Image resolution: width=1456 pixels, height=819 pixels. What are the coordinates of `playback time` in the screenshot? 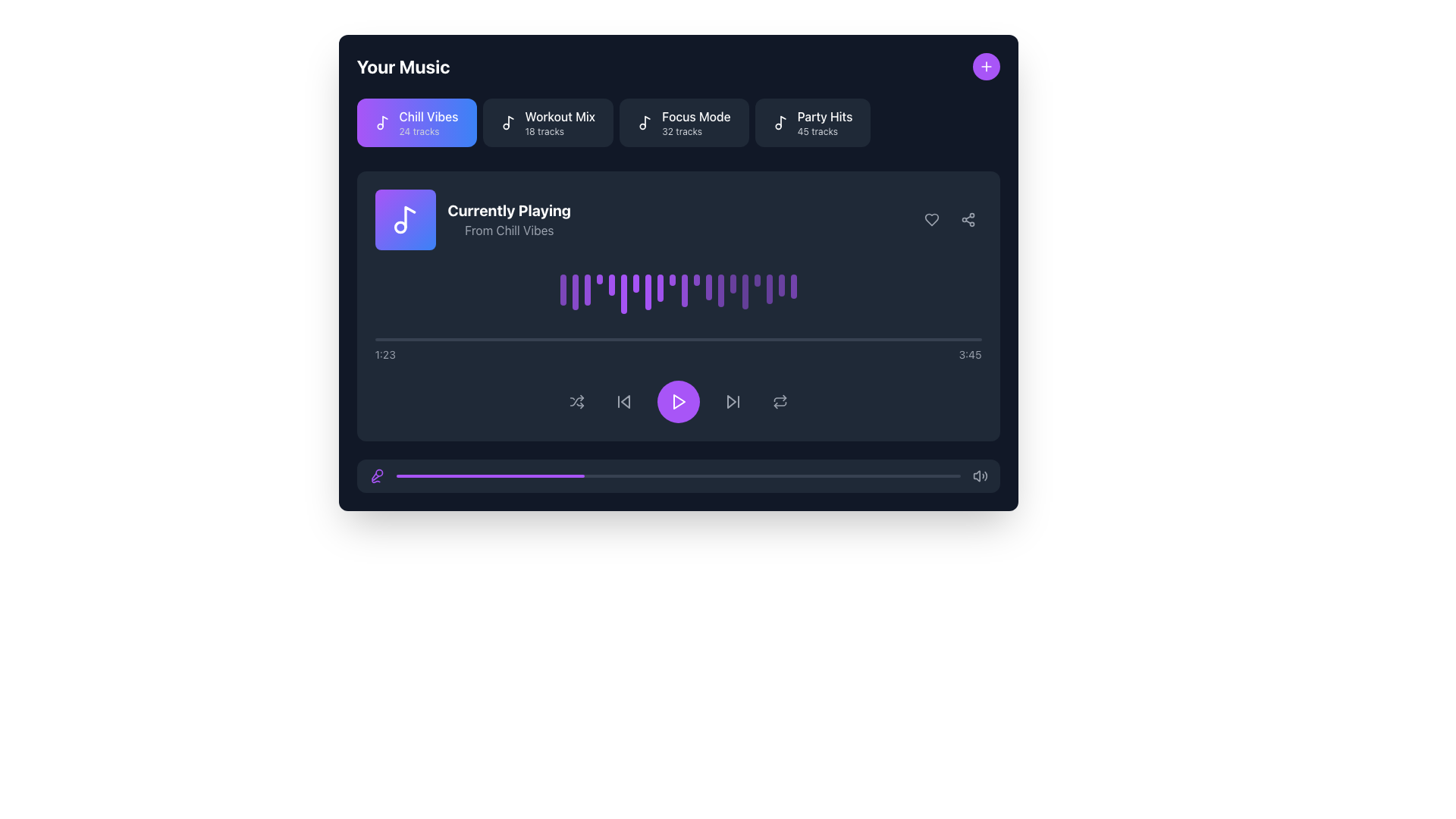 It's located at (476, 339).